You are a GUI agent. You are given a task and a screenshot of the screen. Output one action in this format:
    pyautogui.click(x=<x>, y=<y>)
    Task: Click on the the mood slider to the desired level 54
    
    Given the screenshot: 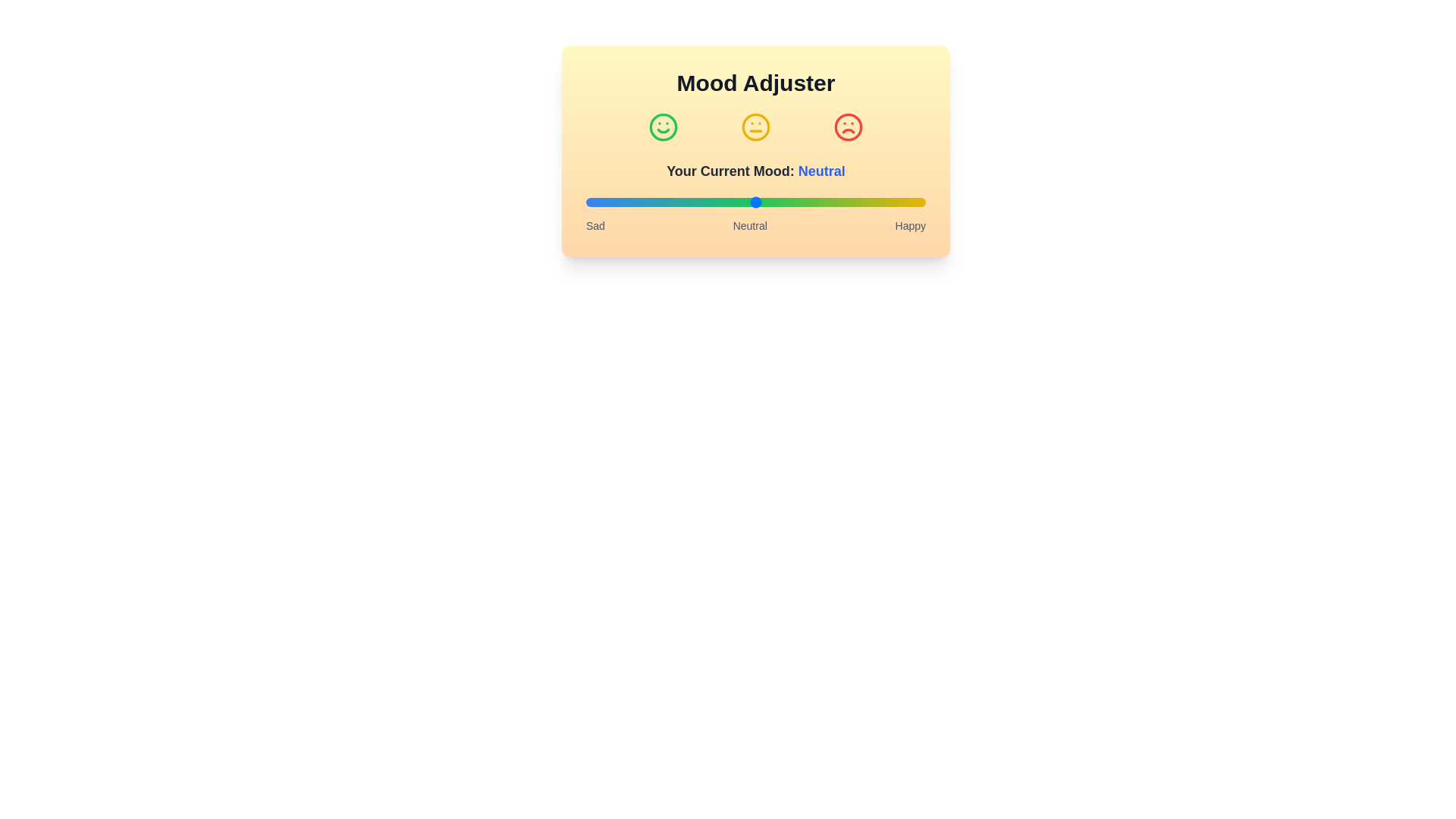 What is the action you would take?
    pyautogui.click(x=769, y=201)
    